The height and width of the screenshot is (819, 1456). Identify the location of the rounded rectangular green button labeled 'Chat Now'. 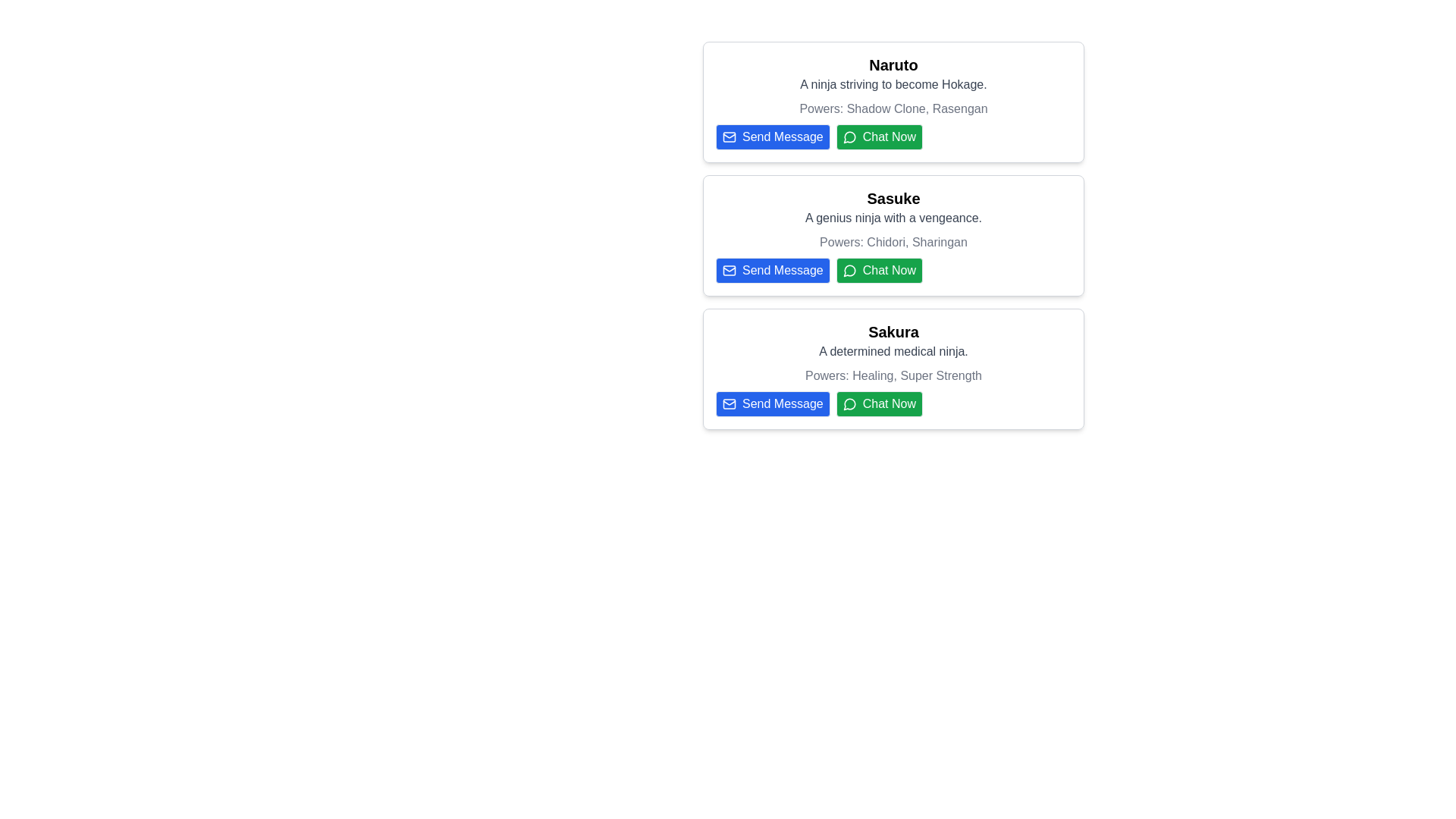
(879, 137).